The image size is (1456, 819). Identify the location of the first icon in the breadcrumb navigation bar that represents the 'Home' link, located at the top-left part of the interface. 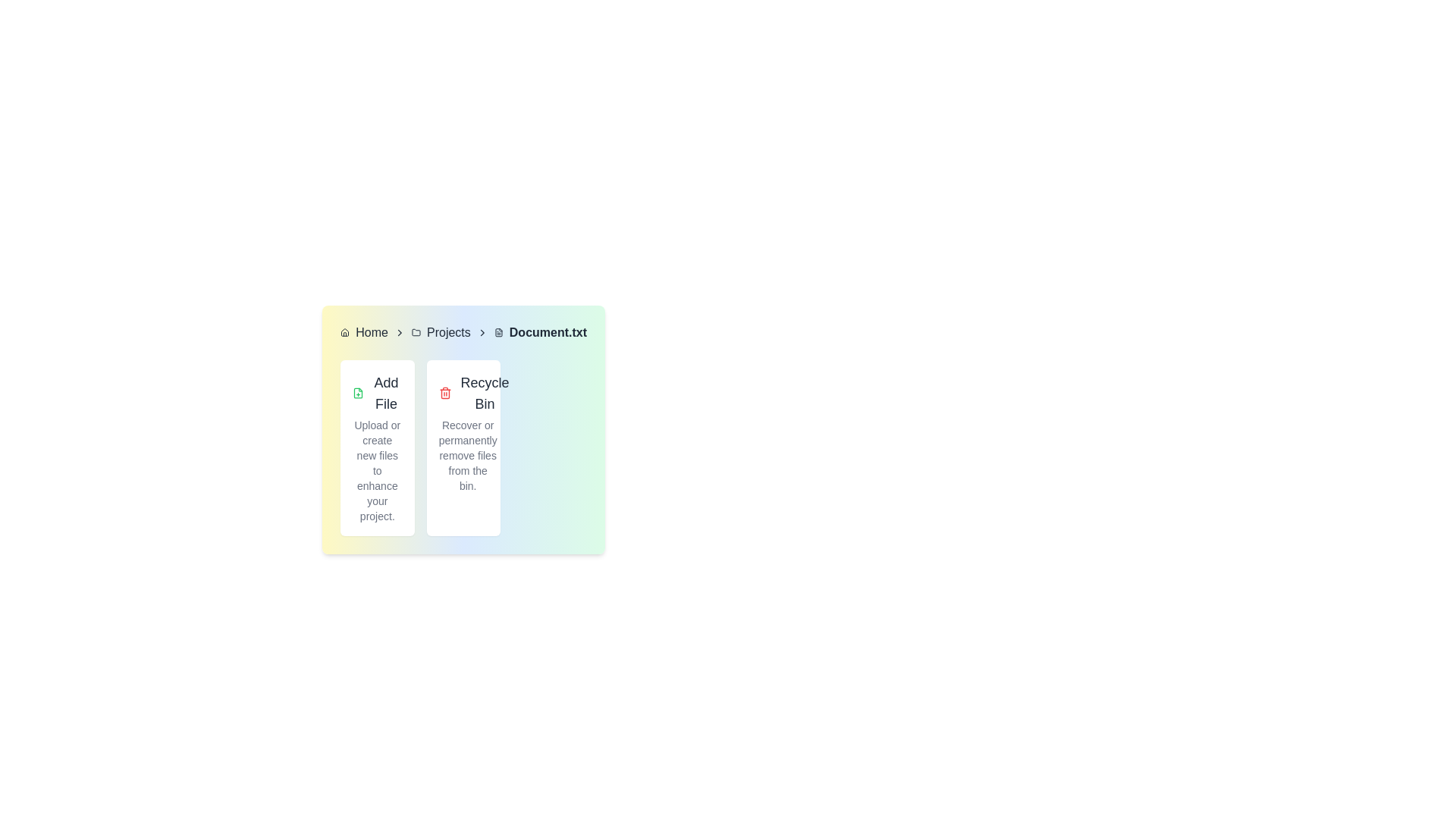
(344, 332).